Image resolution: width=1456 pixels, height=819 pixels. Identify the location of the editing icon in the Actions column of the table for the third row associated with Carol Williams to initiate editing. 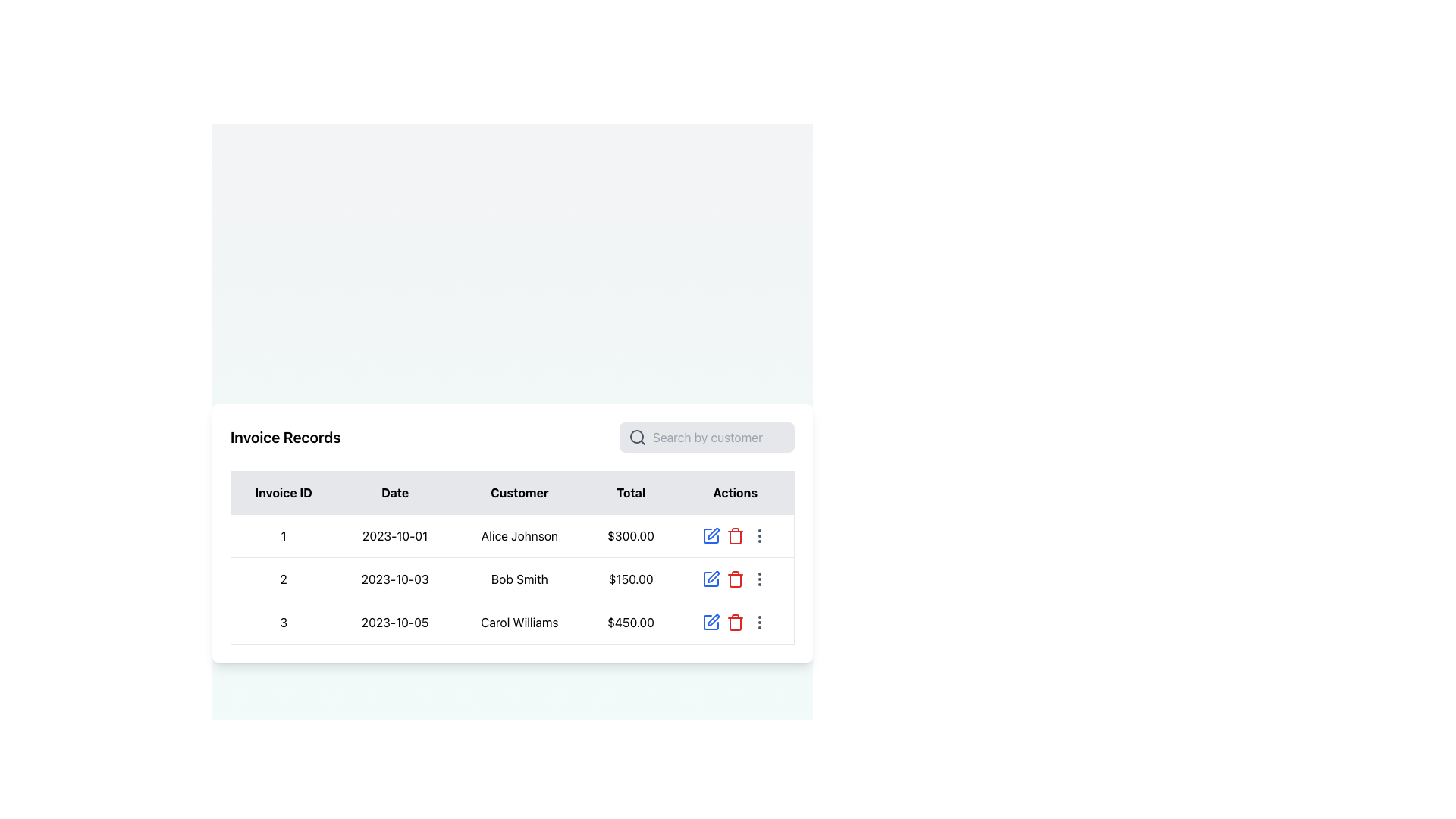
(710, 622).